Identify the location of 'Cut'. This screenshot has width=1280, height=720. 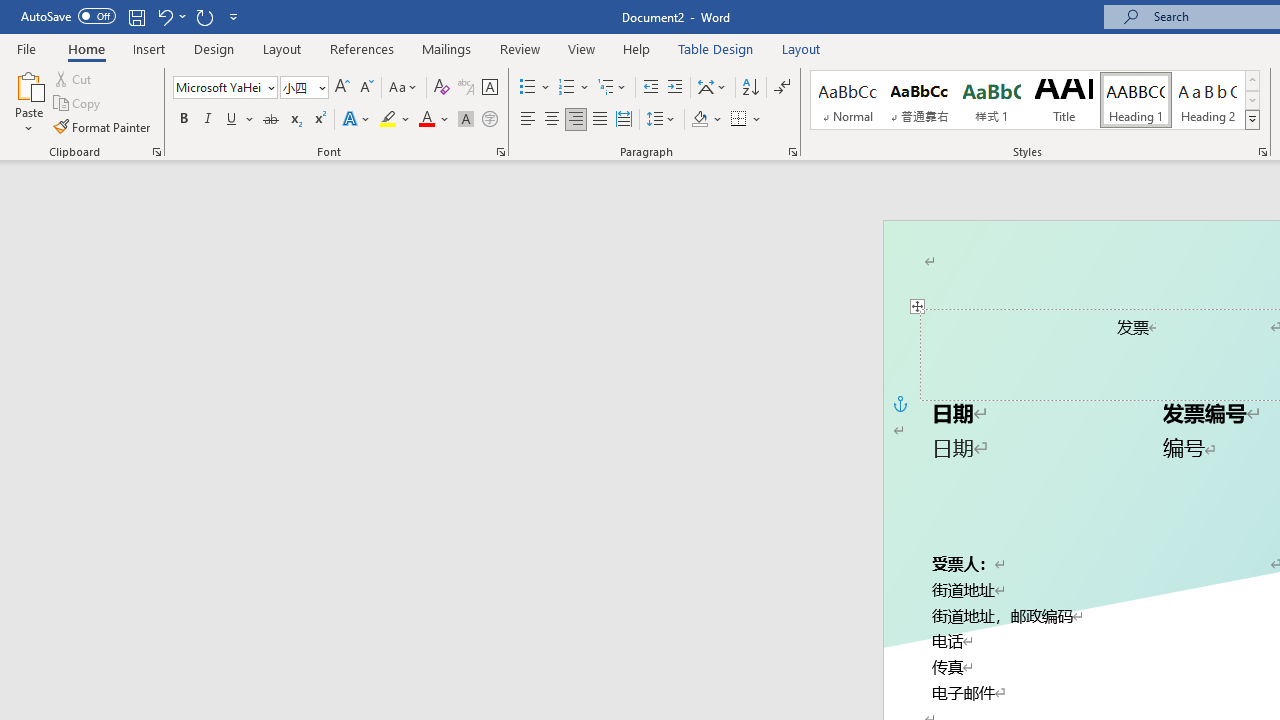
(74, 78).